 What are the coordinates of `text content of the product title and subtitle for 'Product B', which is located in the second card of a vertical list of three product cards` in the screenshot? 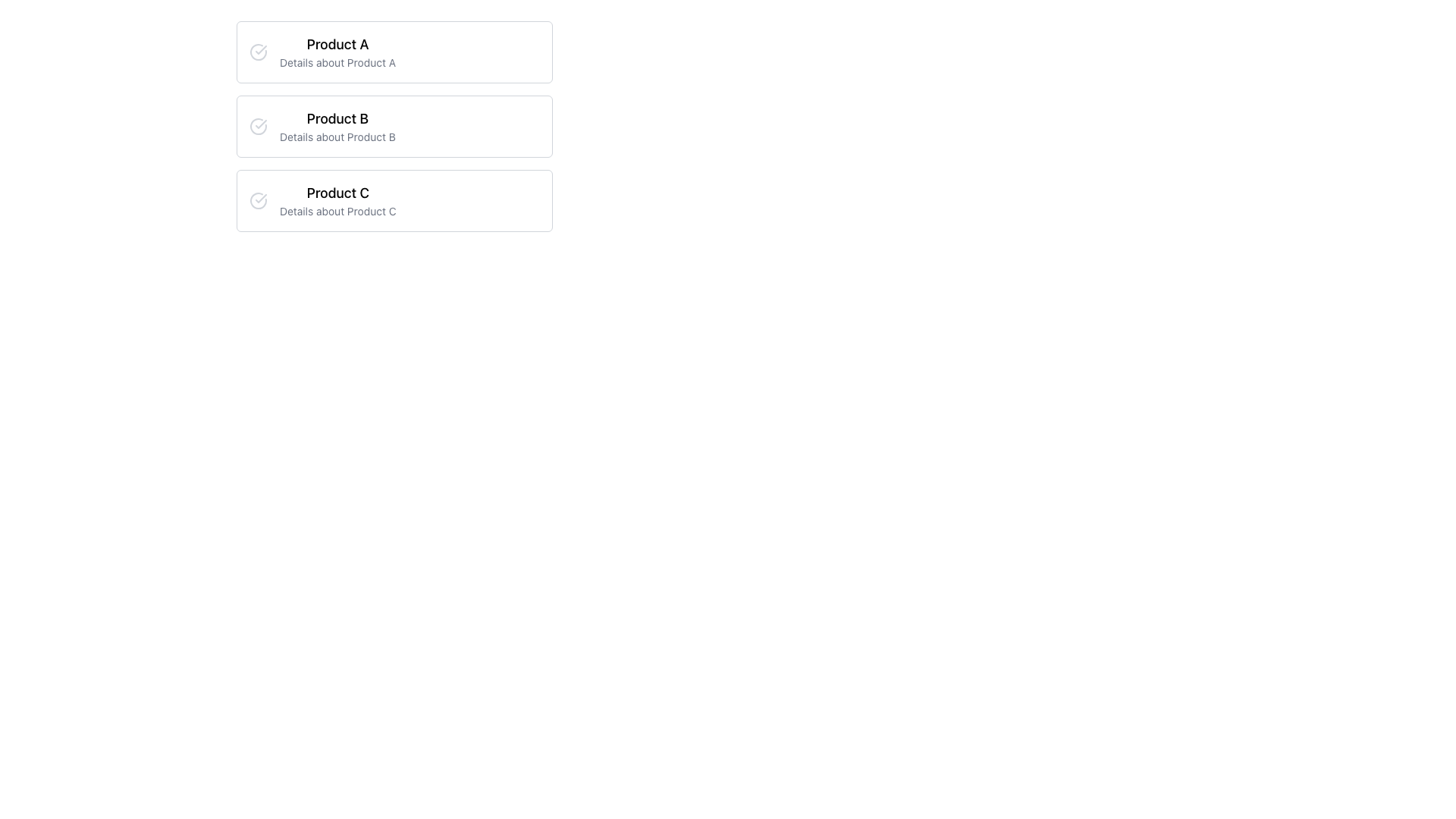 It's located at (337, 125).